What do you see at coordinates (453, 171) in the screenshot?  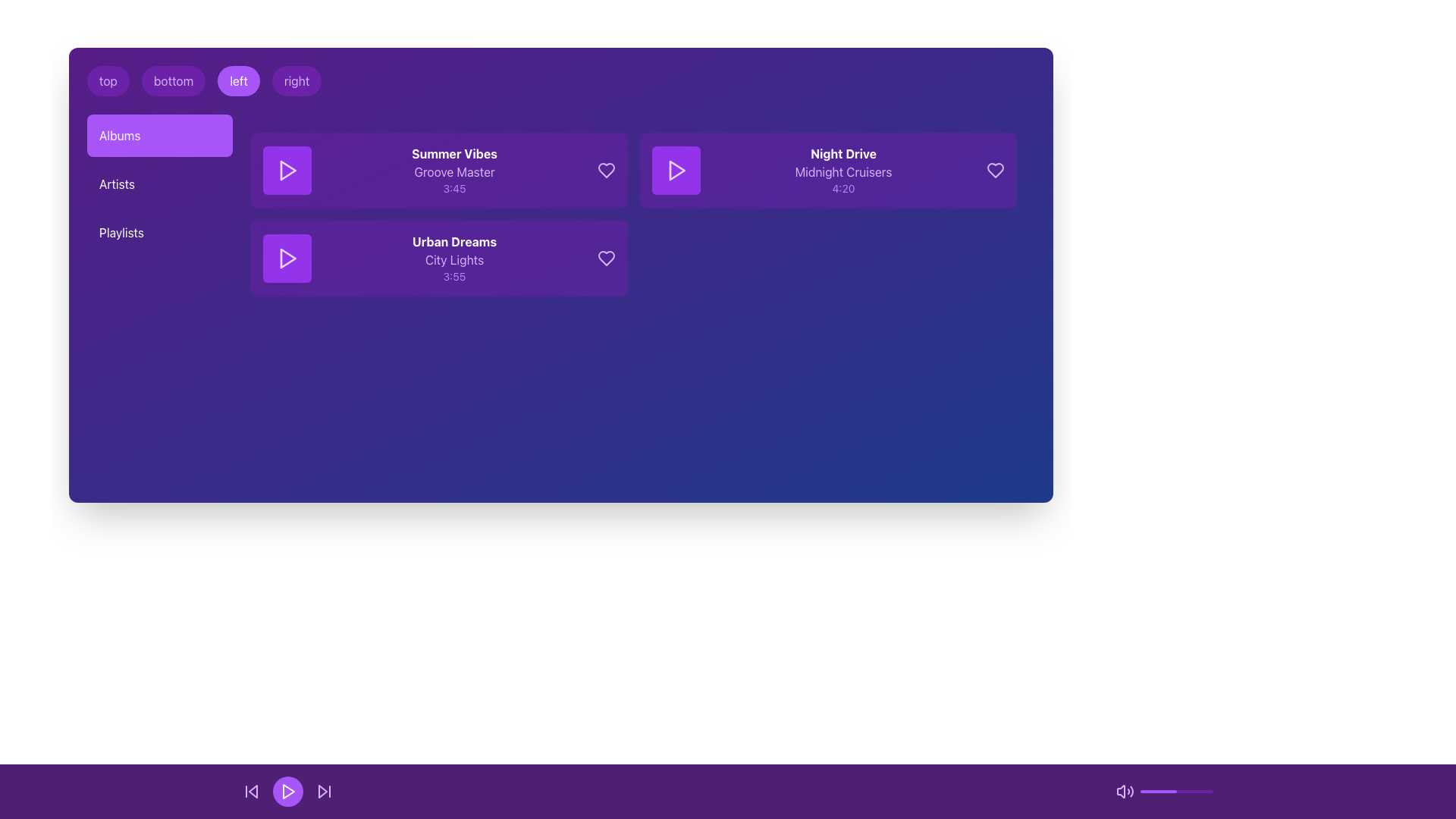 I see `the text label that describes the artist or album name associated with the music track, located within the card layout under the title 'Summer Vibes' and above the duration '3:45'` at bounding box center [453, 171].